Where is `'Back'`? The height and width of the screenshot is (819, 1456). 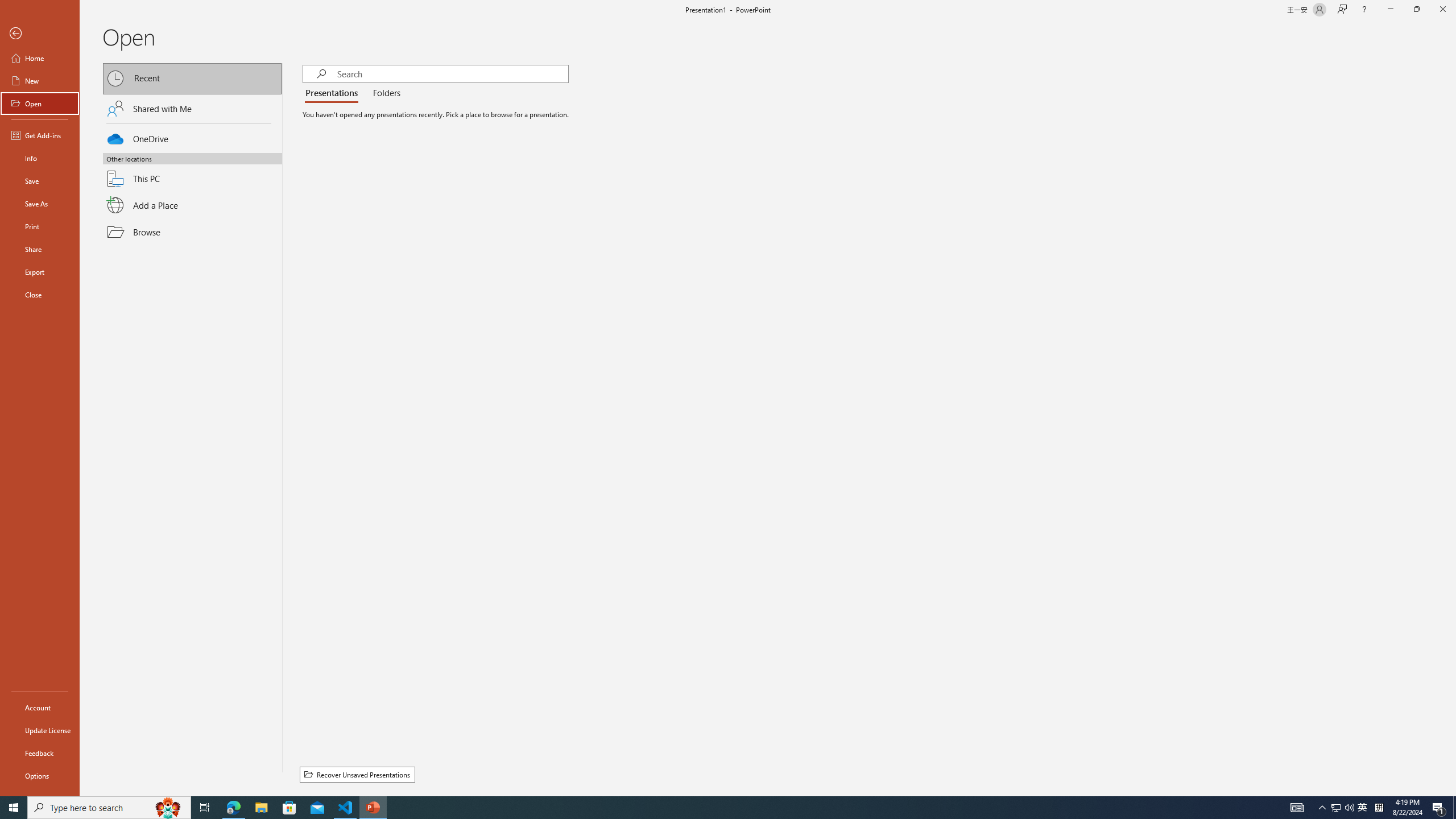
'Back' is located at coordinates (39, 33).